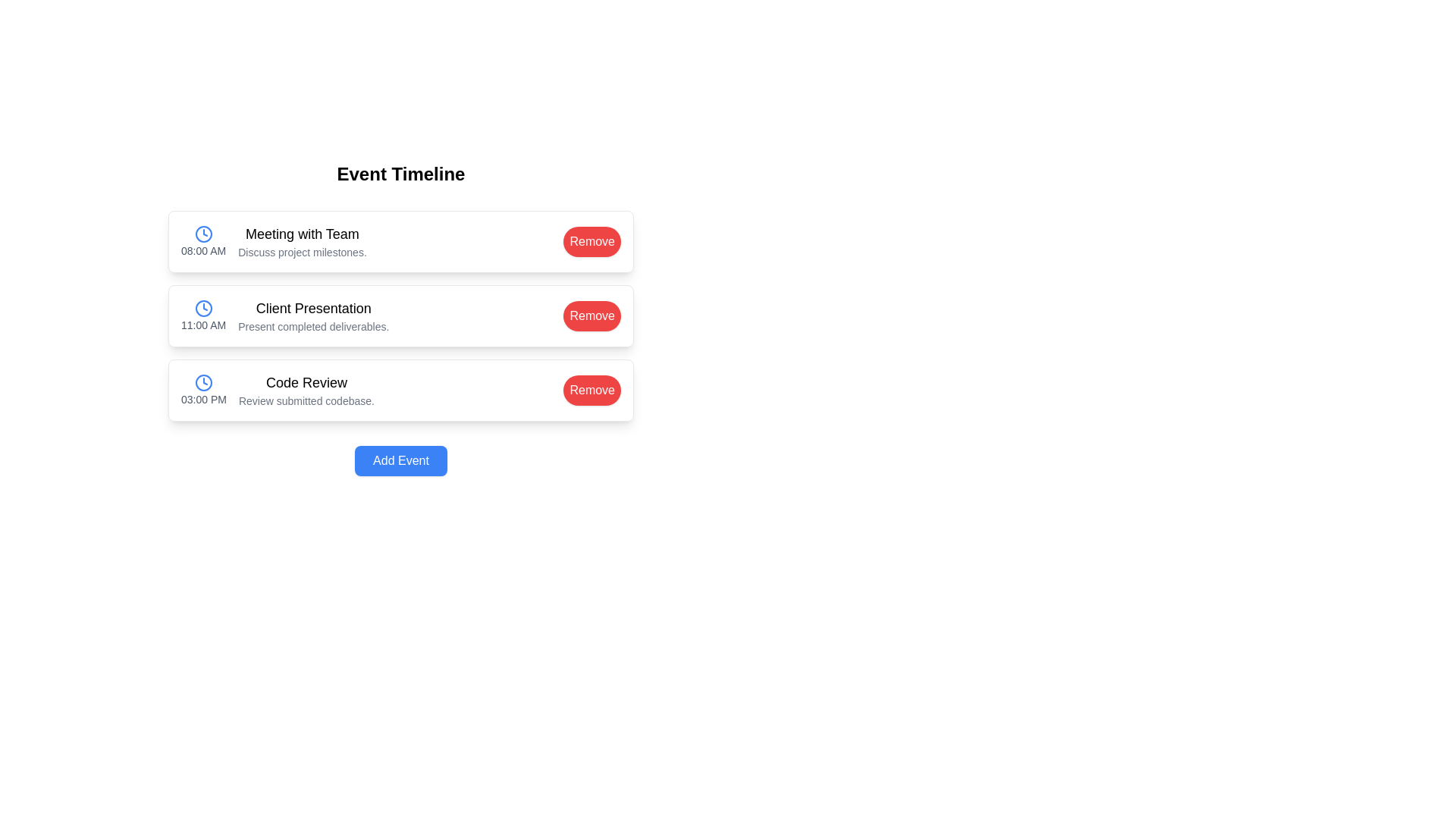 The width and height of the screenshot is (1456, 819). What do you see at coordinates (591, 315) in the screenshot?
I see `the red 'Remove' button with white text, located next to the 'Client Presentation' timeline entry` at bounding box center [591, 315].